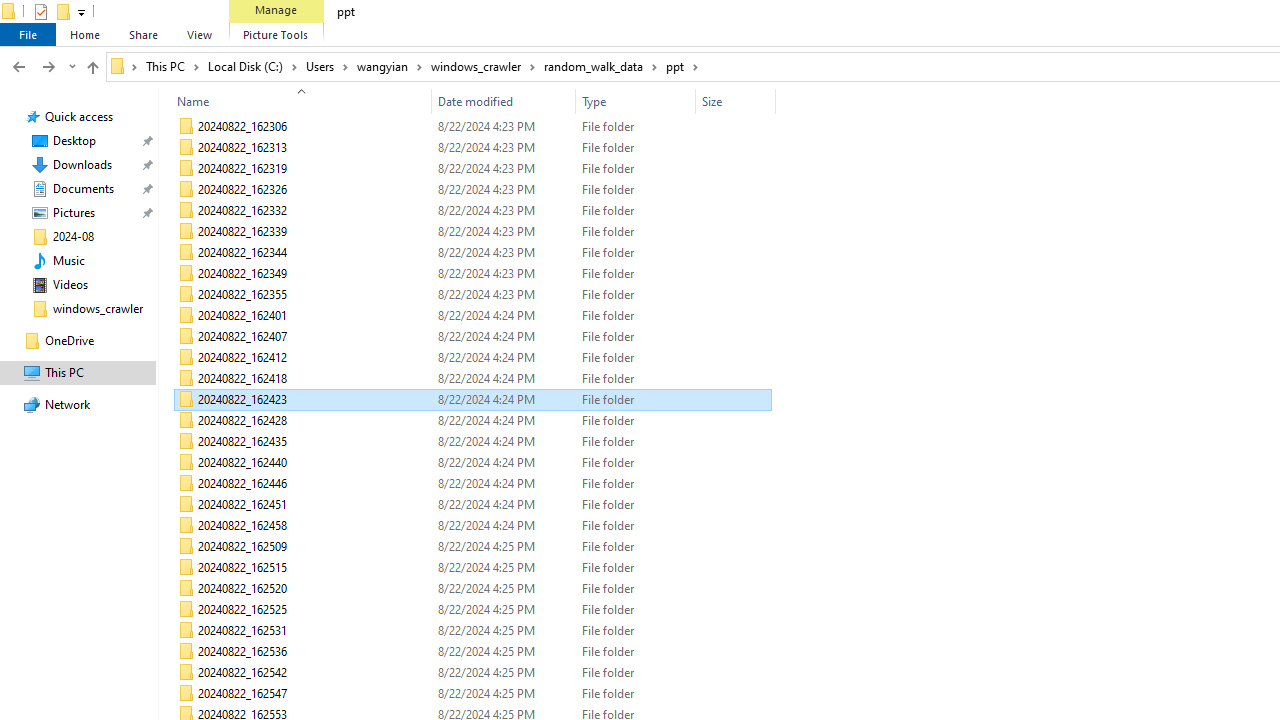 Image resolution: width=1280 pixels, height=720 pixels. Describe the element at coordinates (635, 101) in the screenshot. I see `'Type'` at that location.